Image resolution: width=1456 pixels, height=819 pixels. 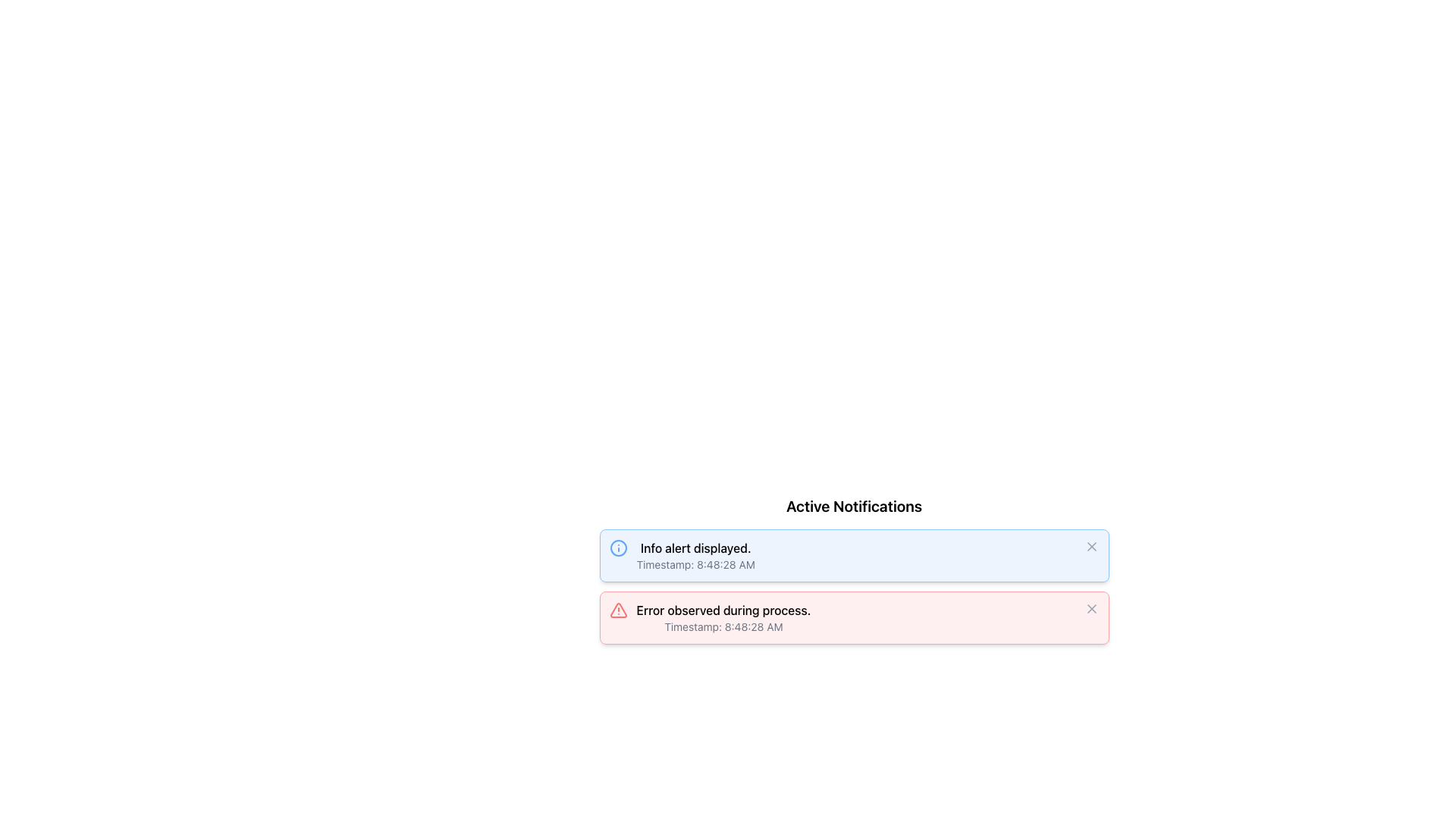 I want to click on the error message text label located within the red notification card, positioned above the timestamp and below the blue notification, so click(x=723, y=610).